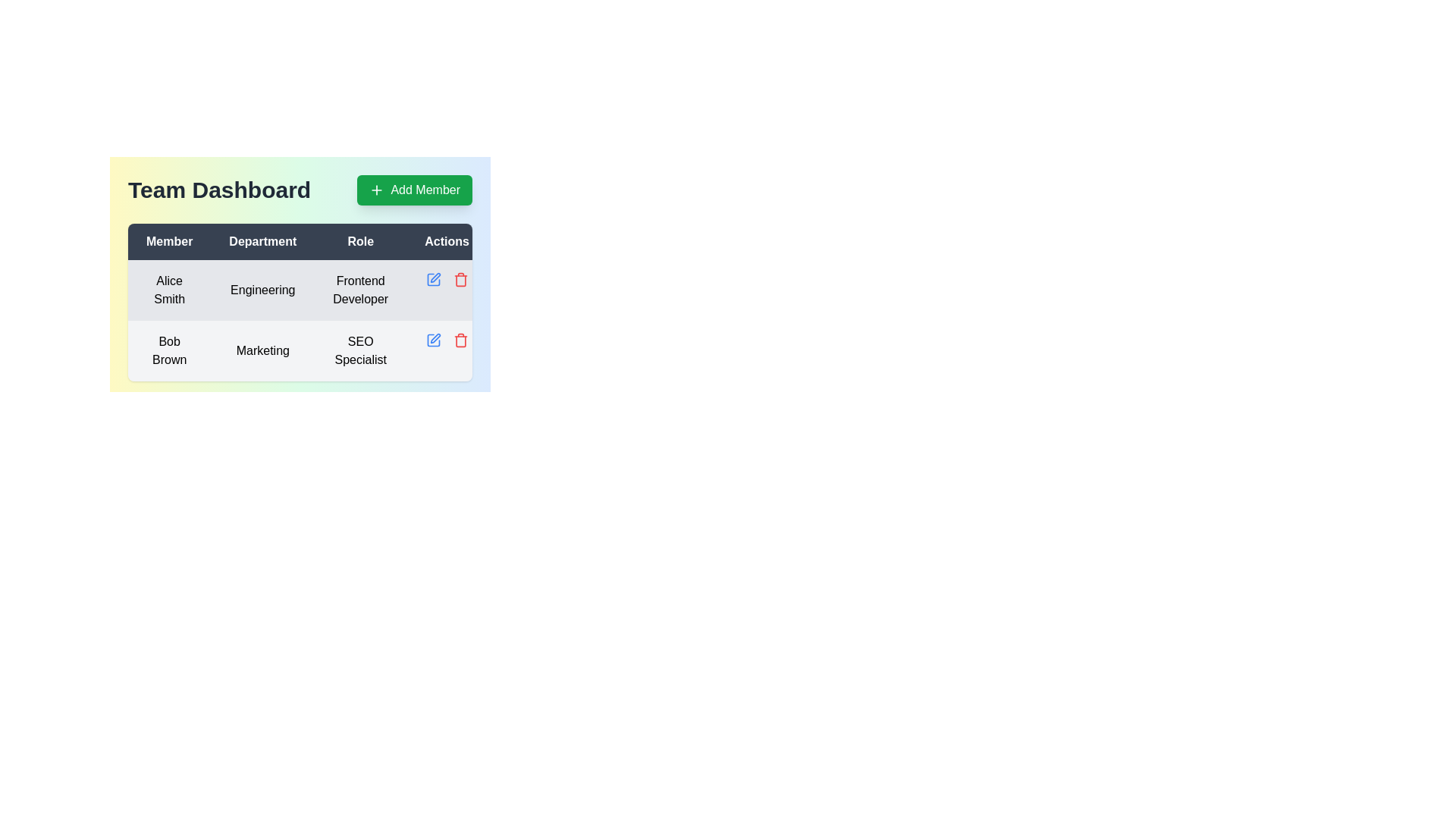 This screenshot has height=819, width=1456. I want to click on the Text Label indicating the job title of 'Bob Brown' in the 'Marketing' department located in the second row of the table under the 'Role' column, so click(359, 350).